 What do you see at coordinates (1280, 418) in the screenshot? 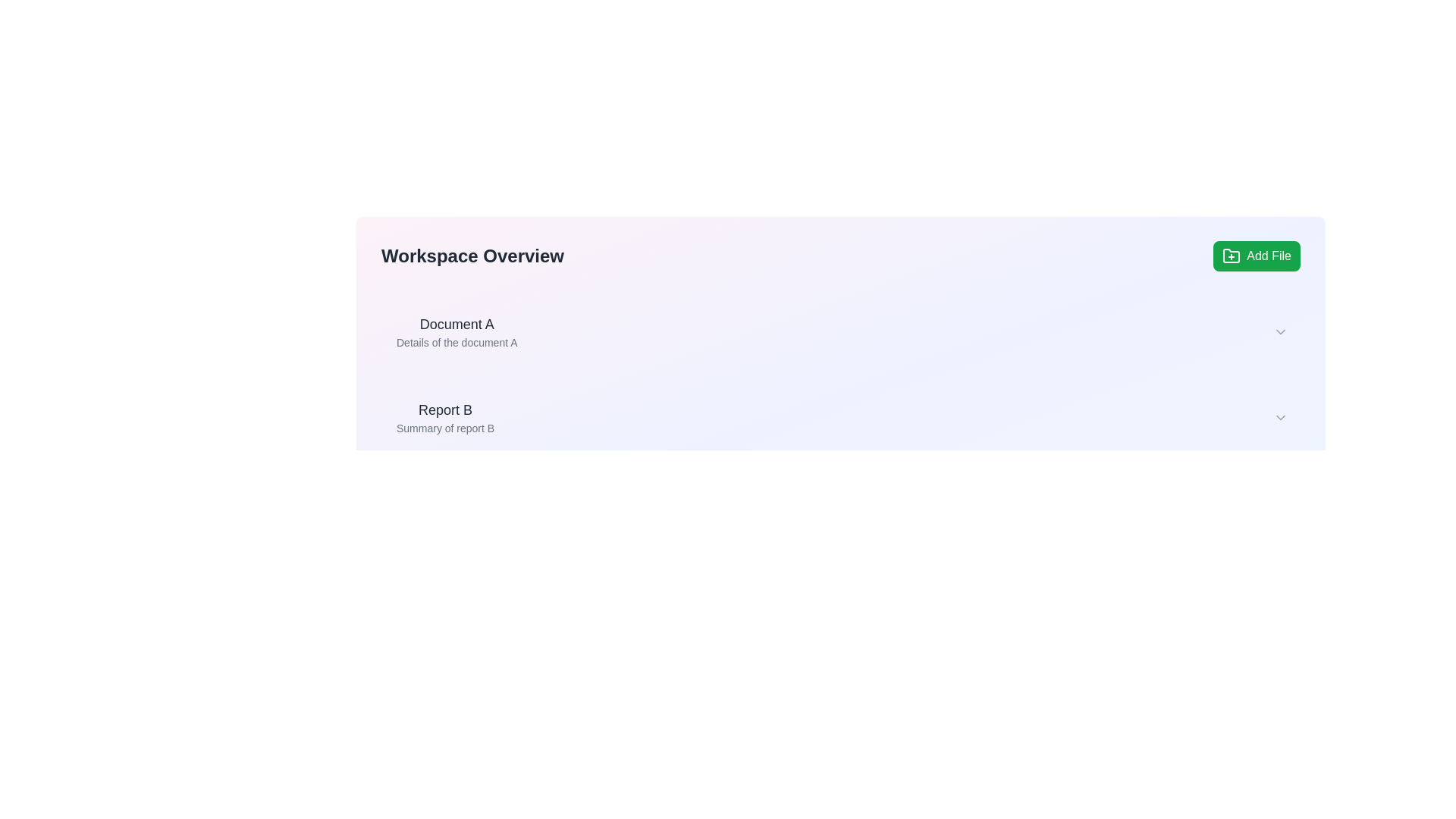
I see `the chevron-down icon located to the far right of the 'Report B Summary of report B' section` at bounding box center [1280, 418].